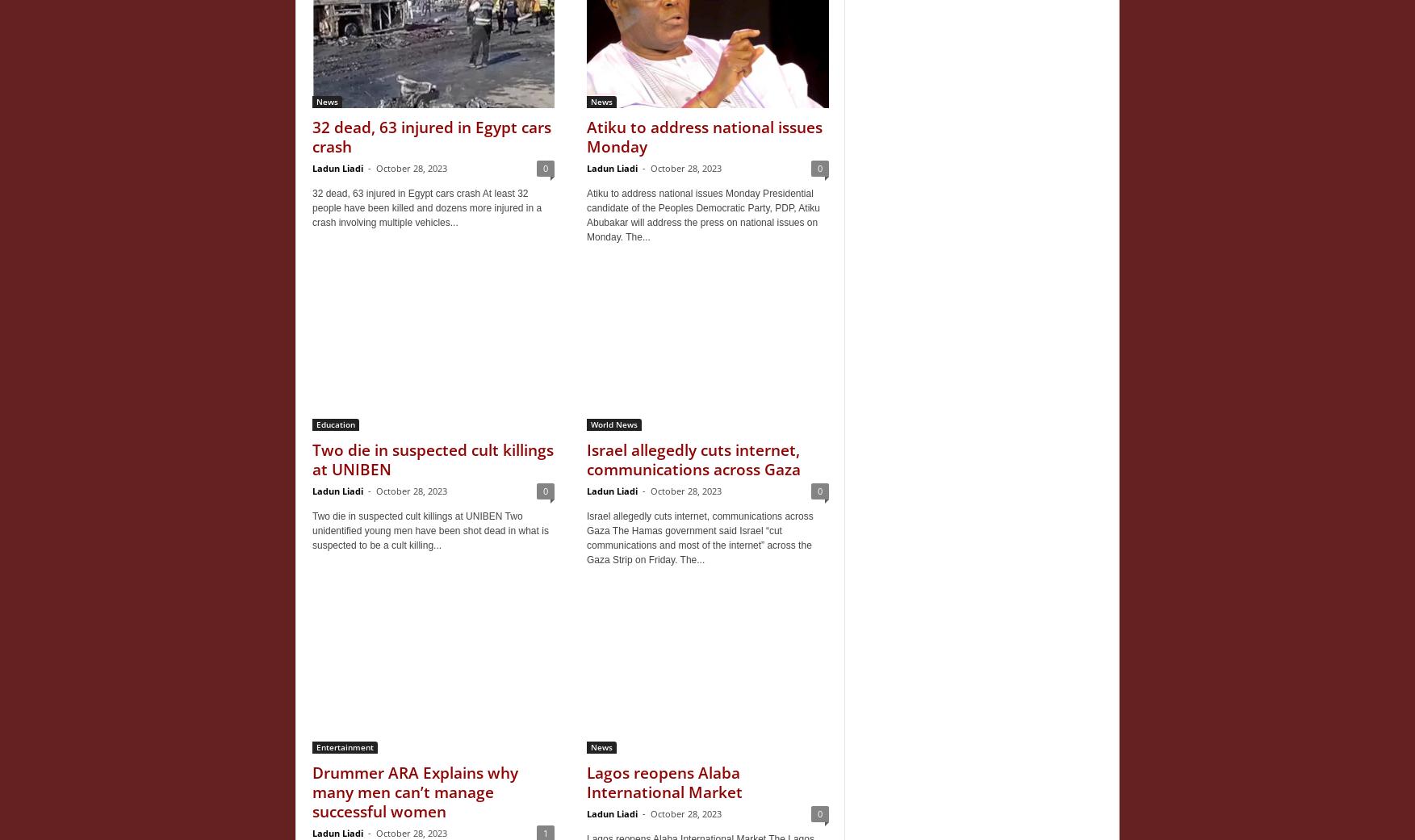 Image resolution: width=1415 pixels, height=840 pixels. I want to click on 'Atiku to address national issues Monday


Presidential candidate of the Peoples Democratic Party, PDP, Atiku Abubakar will address the press on national issues on Monday.

The...', so click(703, 215).